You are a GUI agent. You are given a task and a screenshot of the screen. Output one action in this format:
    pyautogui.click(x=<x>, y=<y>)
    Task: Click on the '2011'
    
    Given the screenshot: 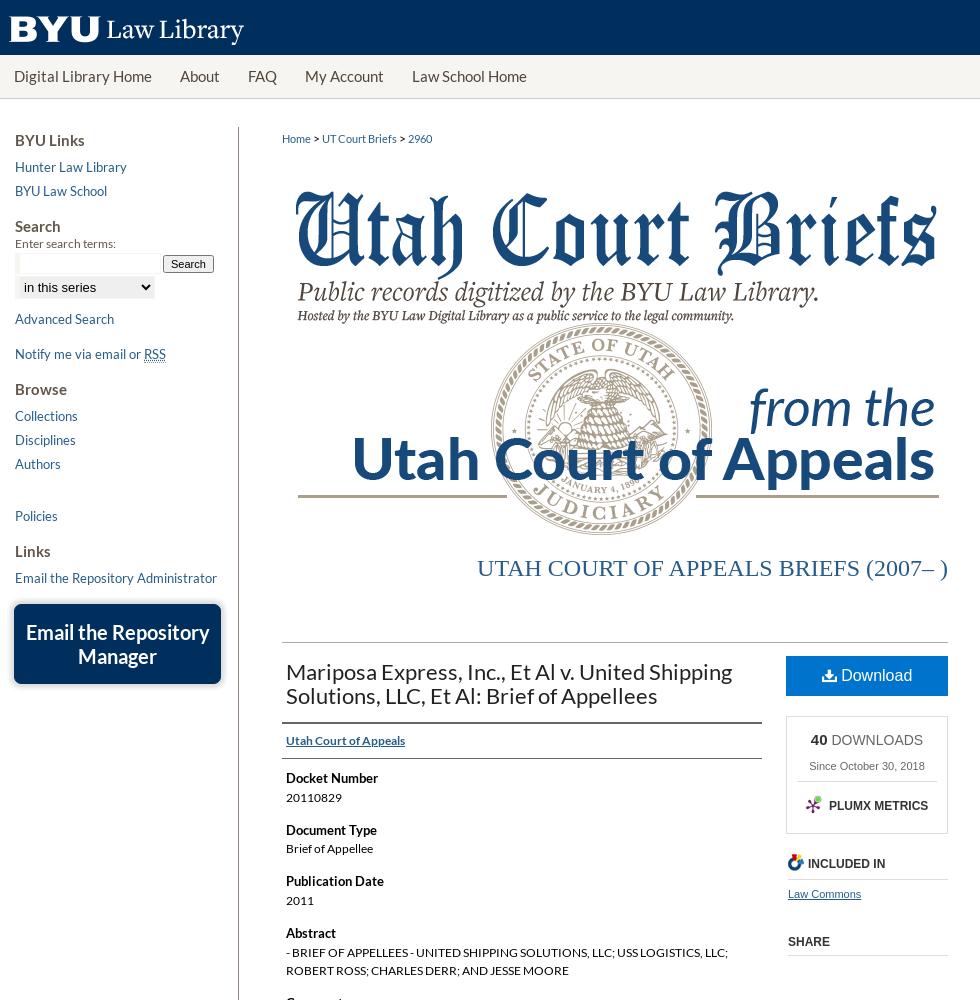 What is the action you would take?
    pyautogui.click(x=299, y=900)
    